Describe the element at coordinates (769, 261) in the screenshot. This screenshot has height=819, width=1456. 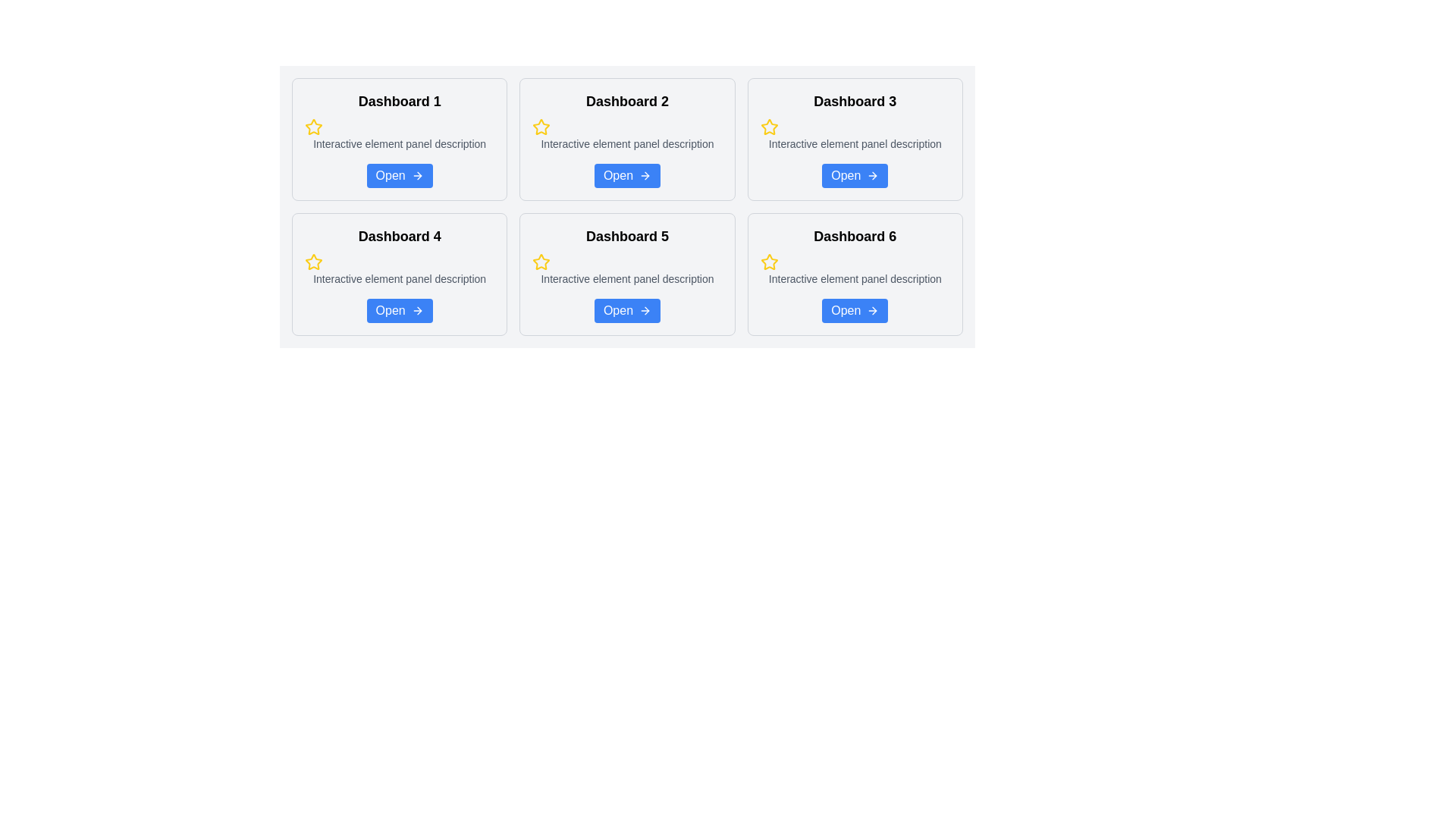
I see `the star-shaped icon outlined in yellow located in the second row and third column of the grid layout under 'Dashboard 6' to mark or favorite the associated panel` at that location.